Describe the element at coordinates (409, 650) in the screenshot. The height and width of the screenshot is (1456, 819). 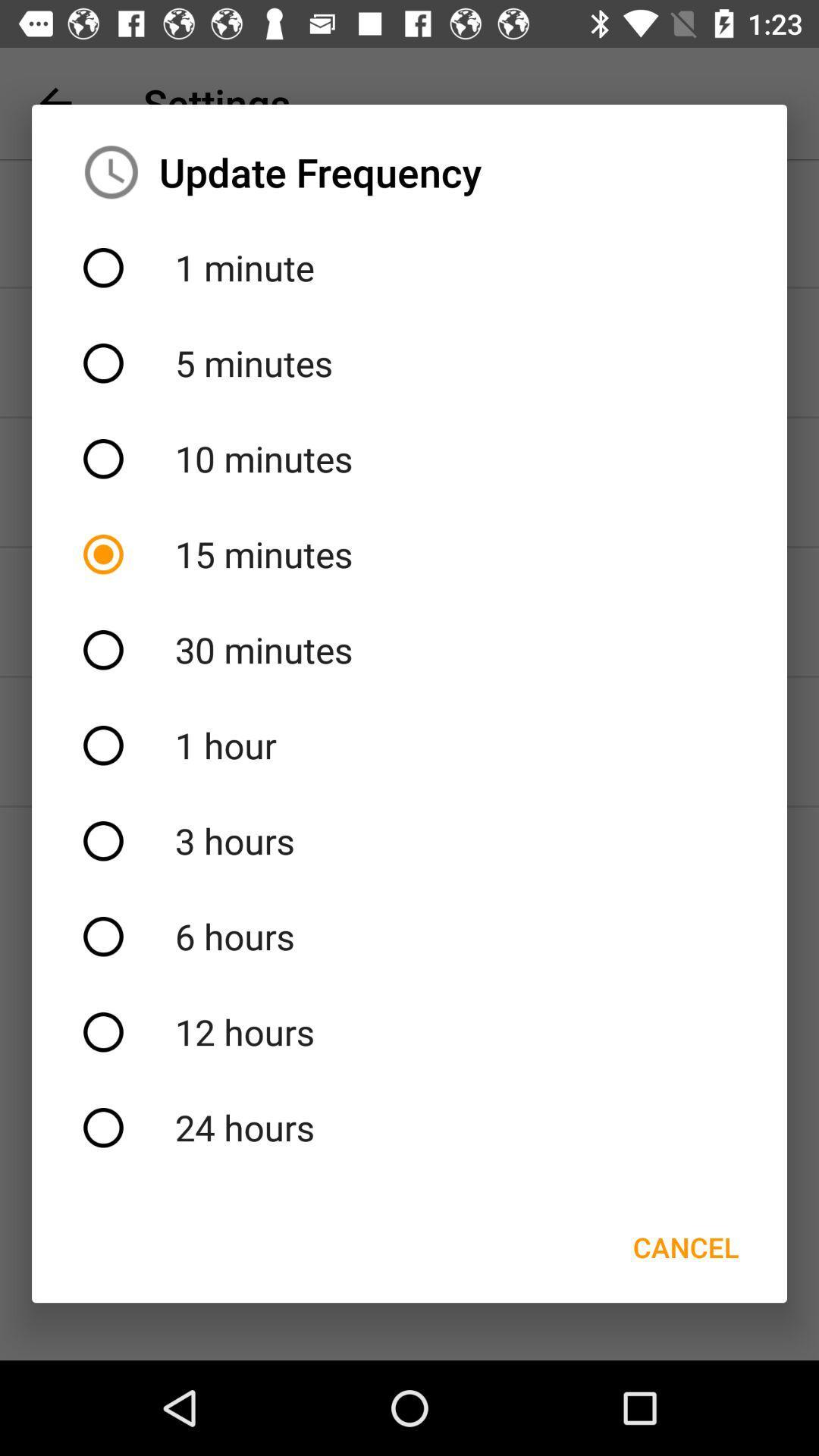
I see `30 minutes icon` at that location.